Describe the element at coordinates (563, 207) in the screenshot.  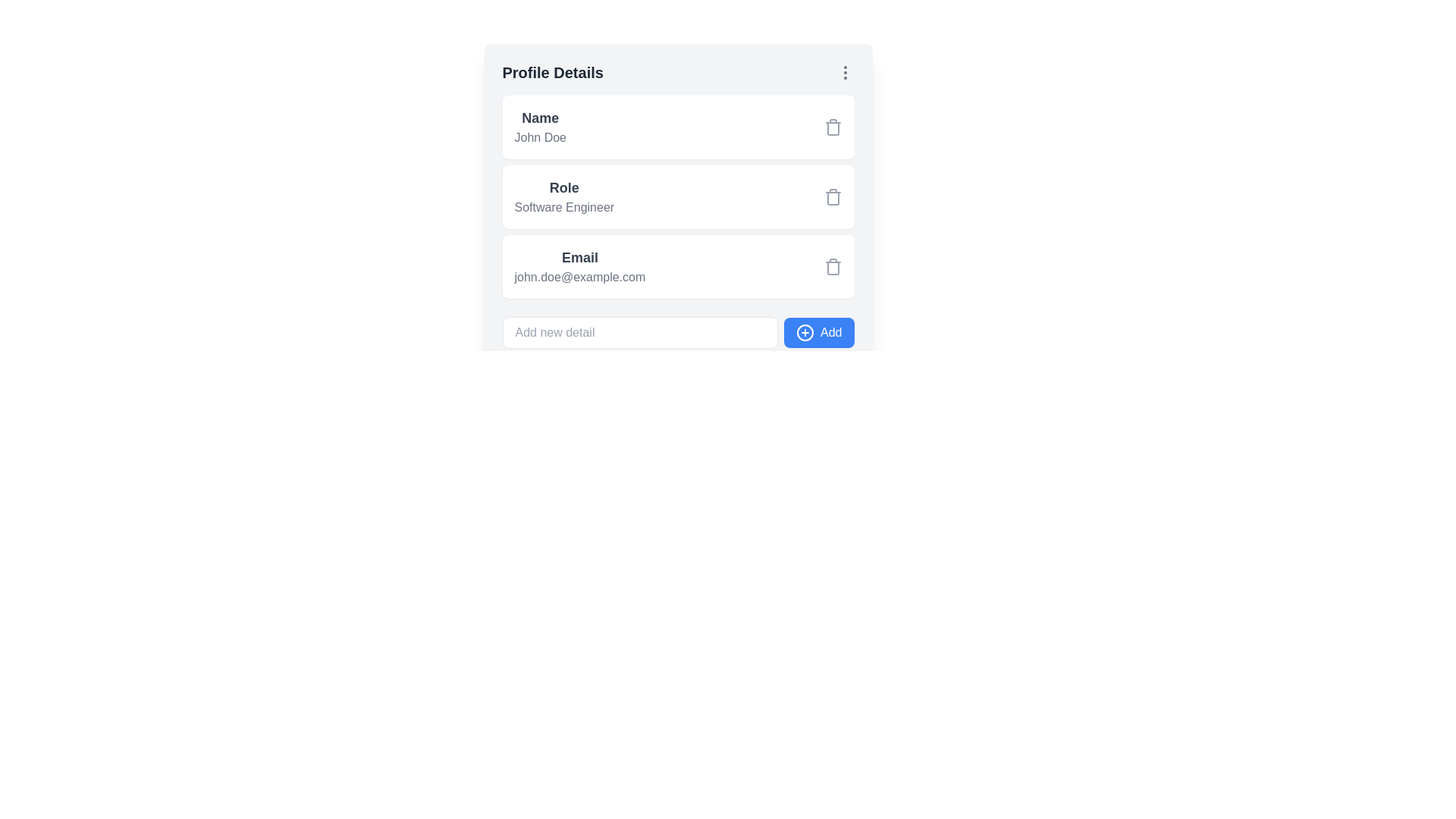
I see `the static text label displaying the user's role within the 'Profile Details' card, located directly beneath the 'Role' text` at that location.